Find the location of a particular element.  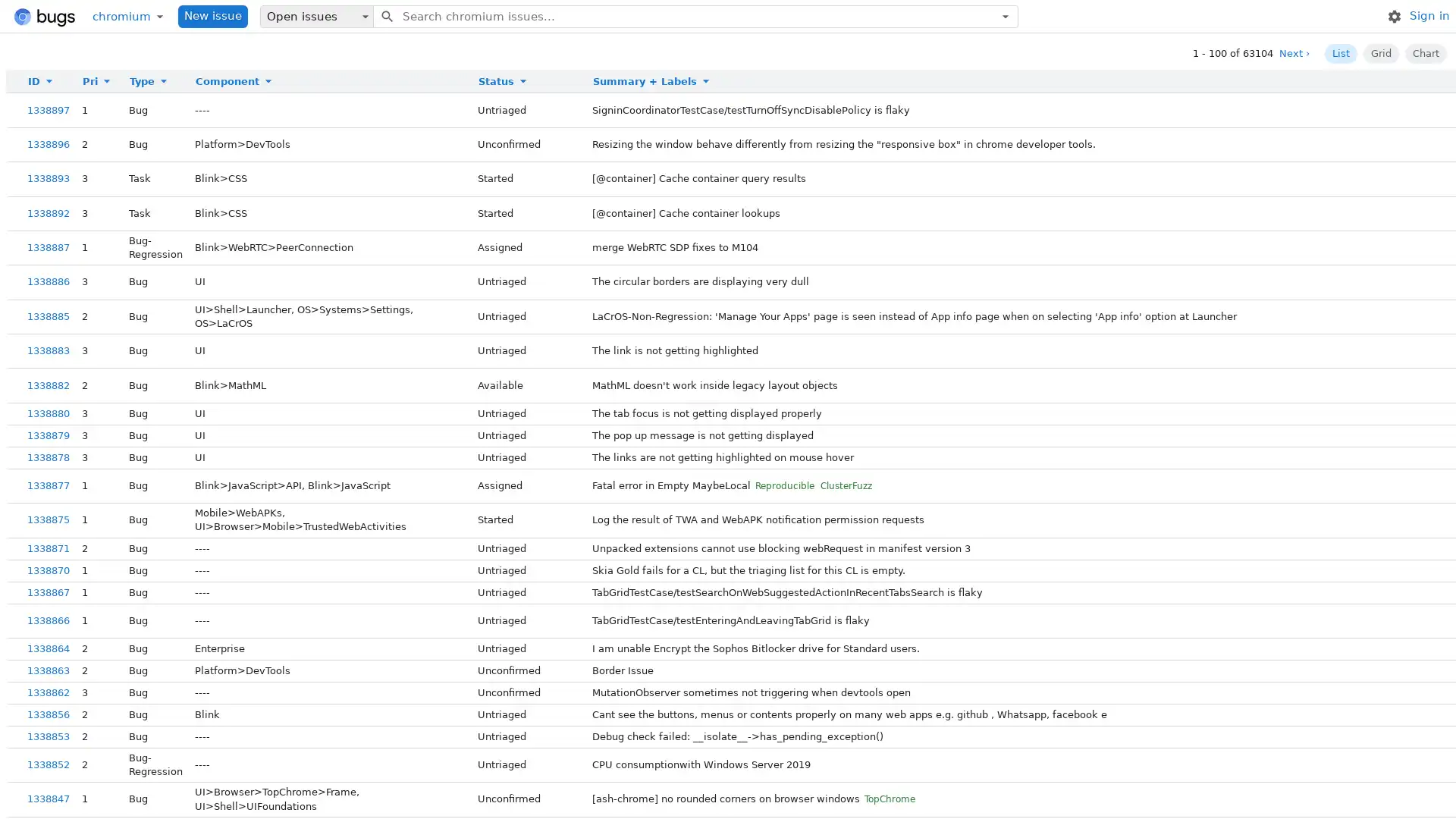

Search options is located at coordinates (1005, 15).